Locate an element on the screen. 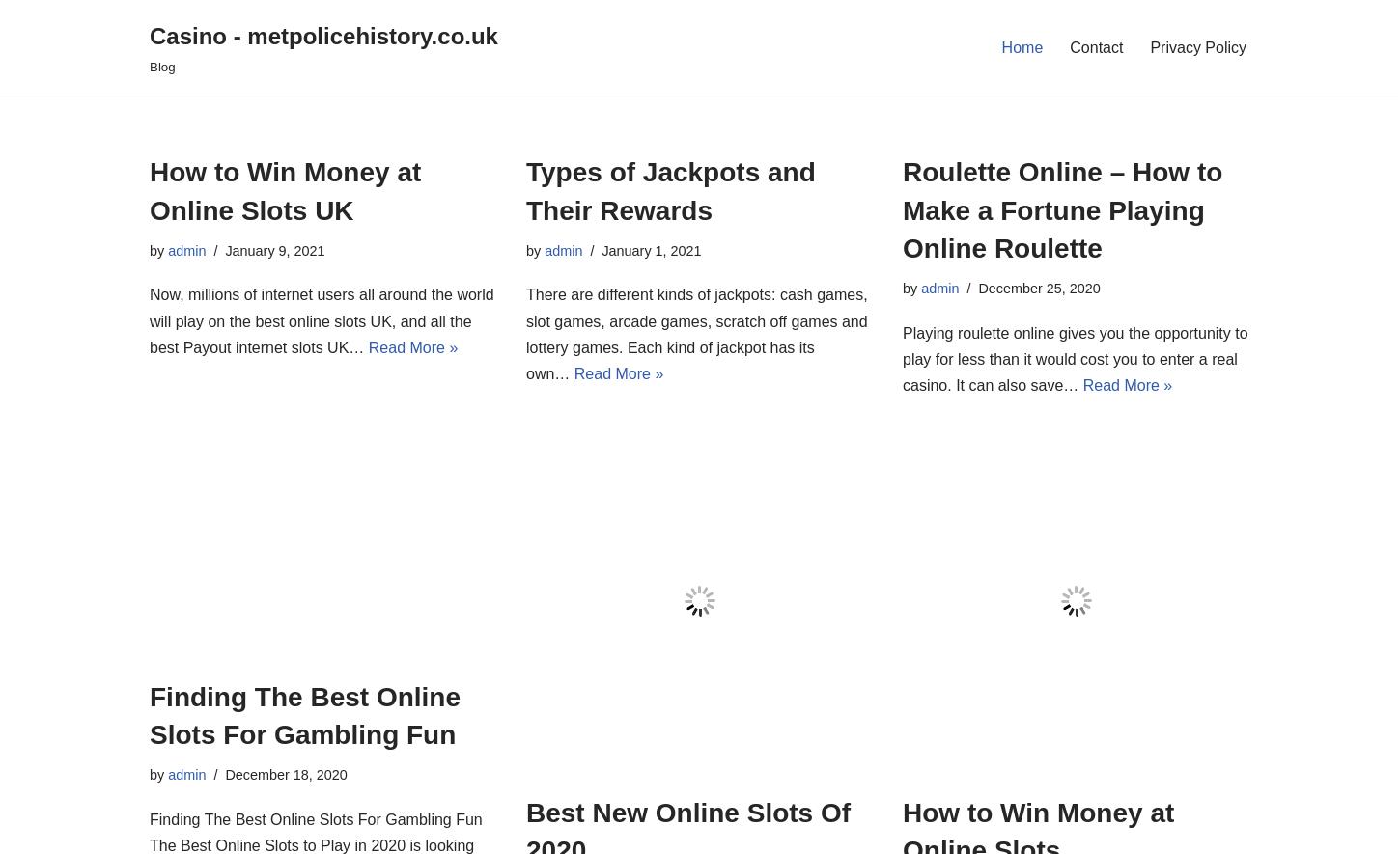 This screenshot has width=1400, height=854. 'January 9, 2021' is located at coordinates (274, 250).